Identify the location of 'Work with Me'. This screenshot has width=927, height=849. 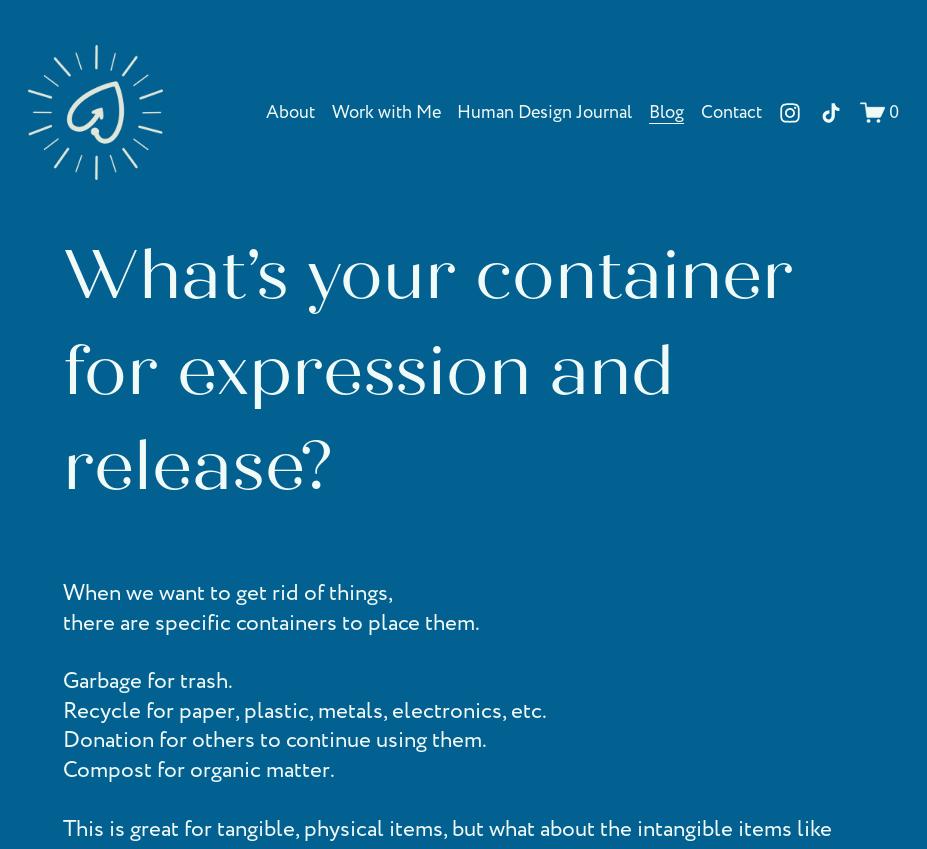
(384, 110).